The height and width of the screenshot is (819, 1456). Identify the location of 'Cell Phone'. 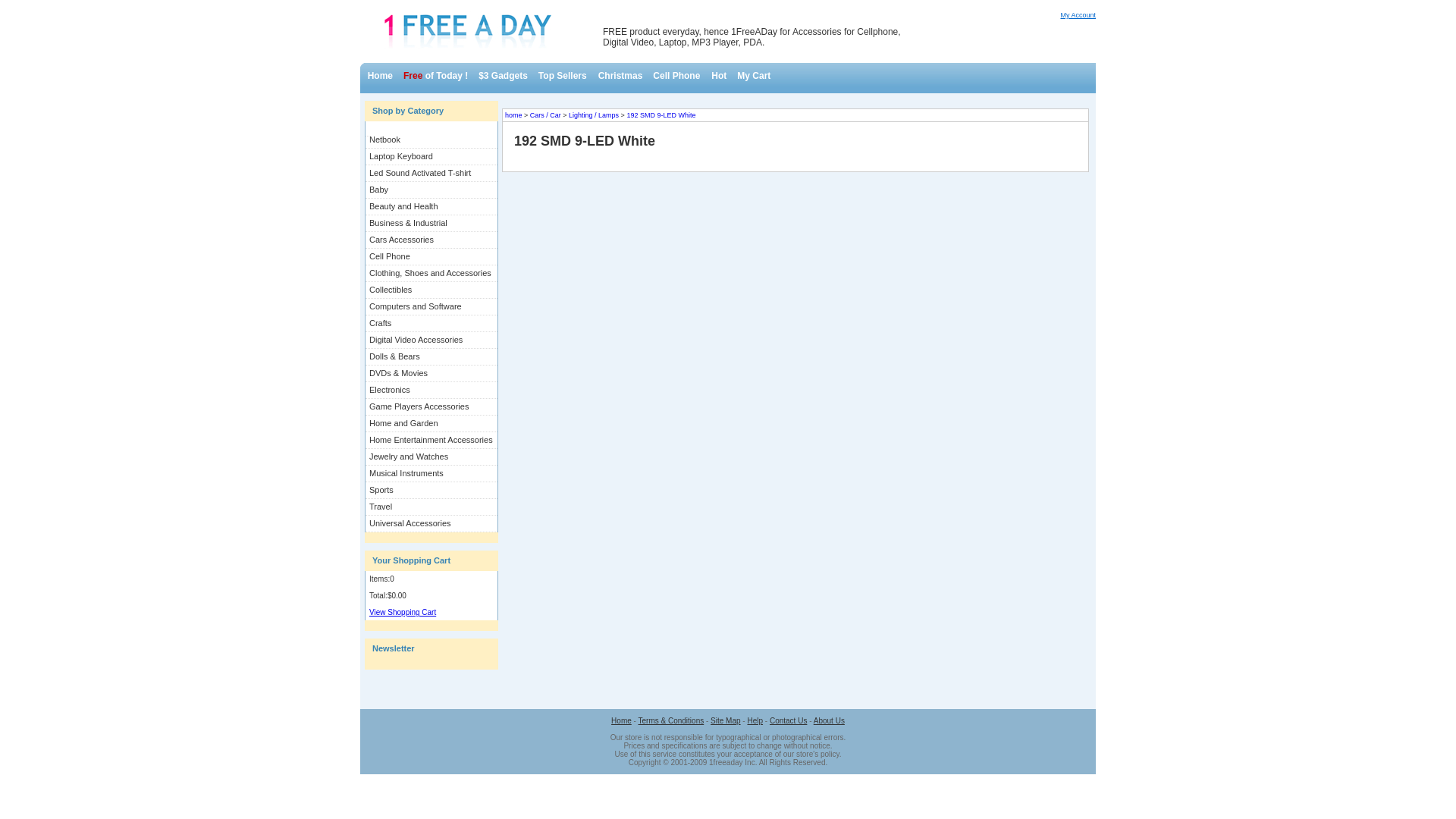
(676, 76).